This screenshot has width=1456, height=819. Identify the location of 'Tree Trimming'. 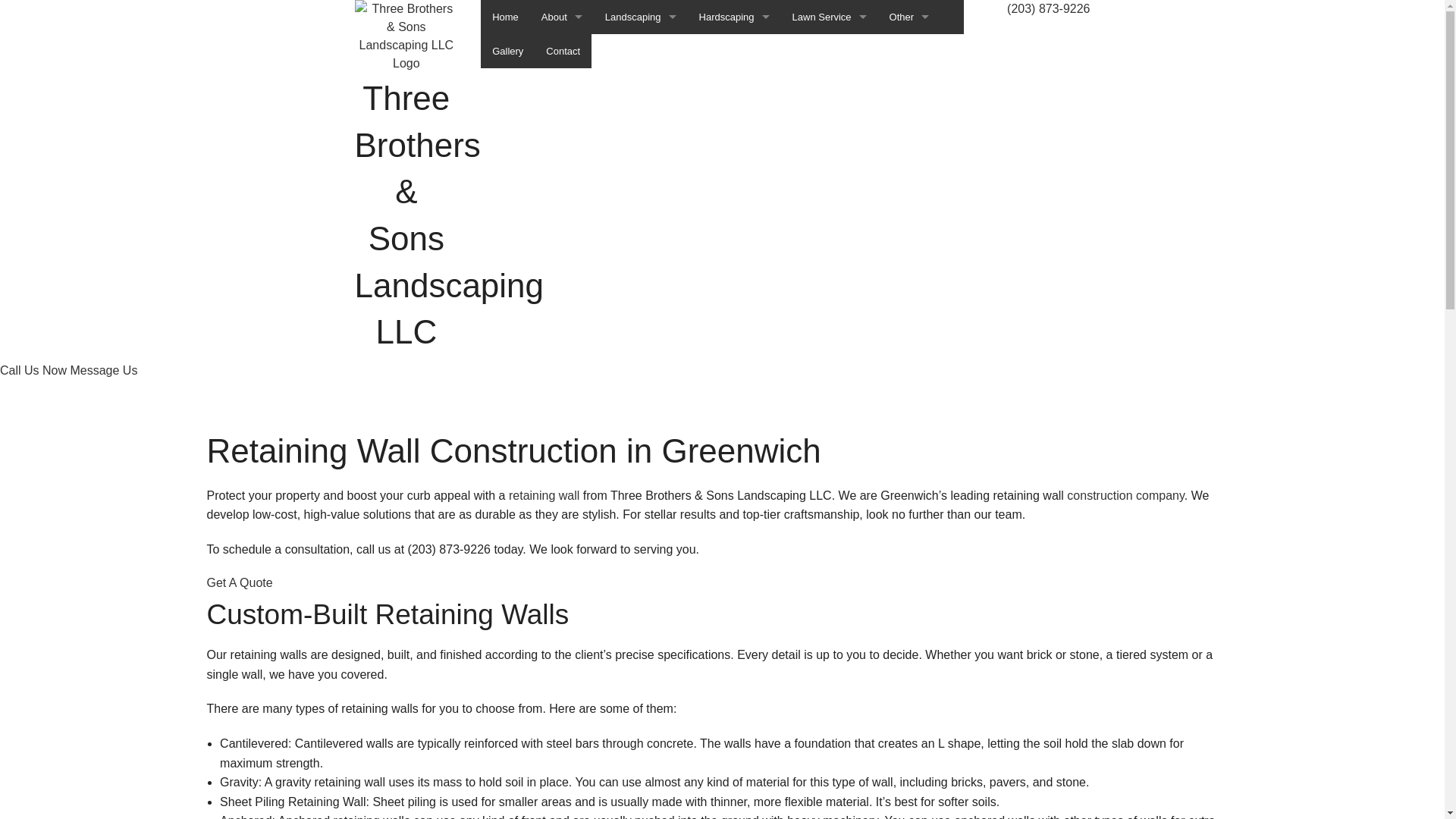
(877, 460).